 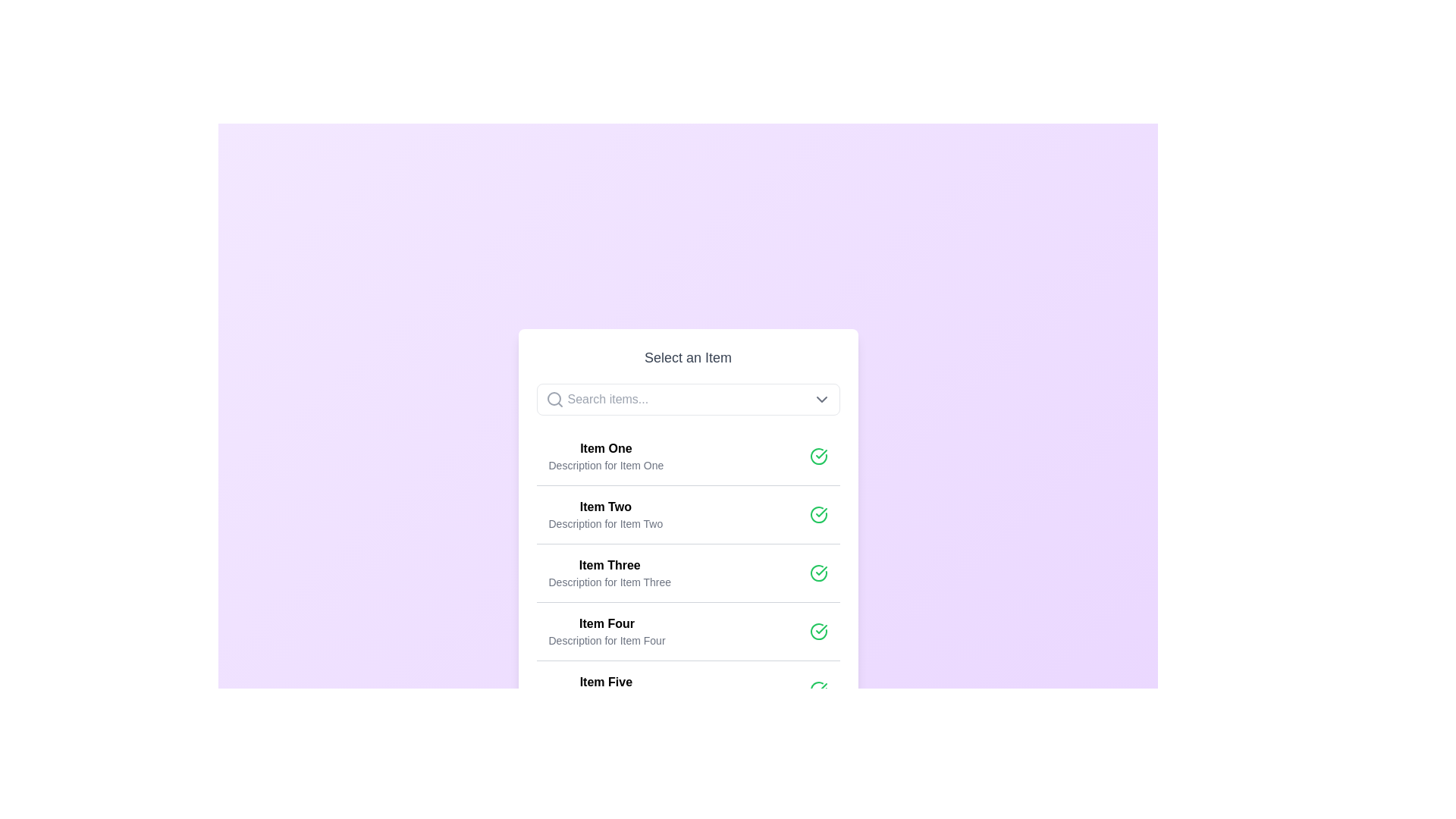 I want to click on the circular green checkmark icon (status indicator) located to the extreme right of the row labeled 'Item Five', near the center-right edge, so click(x=817, y=690).